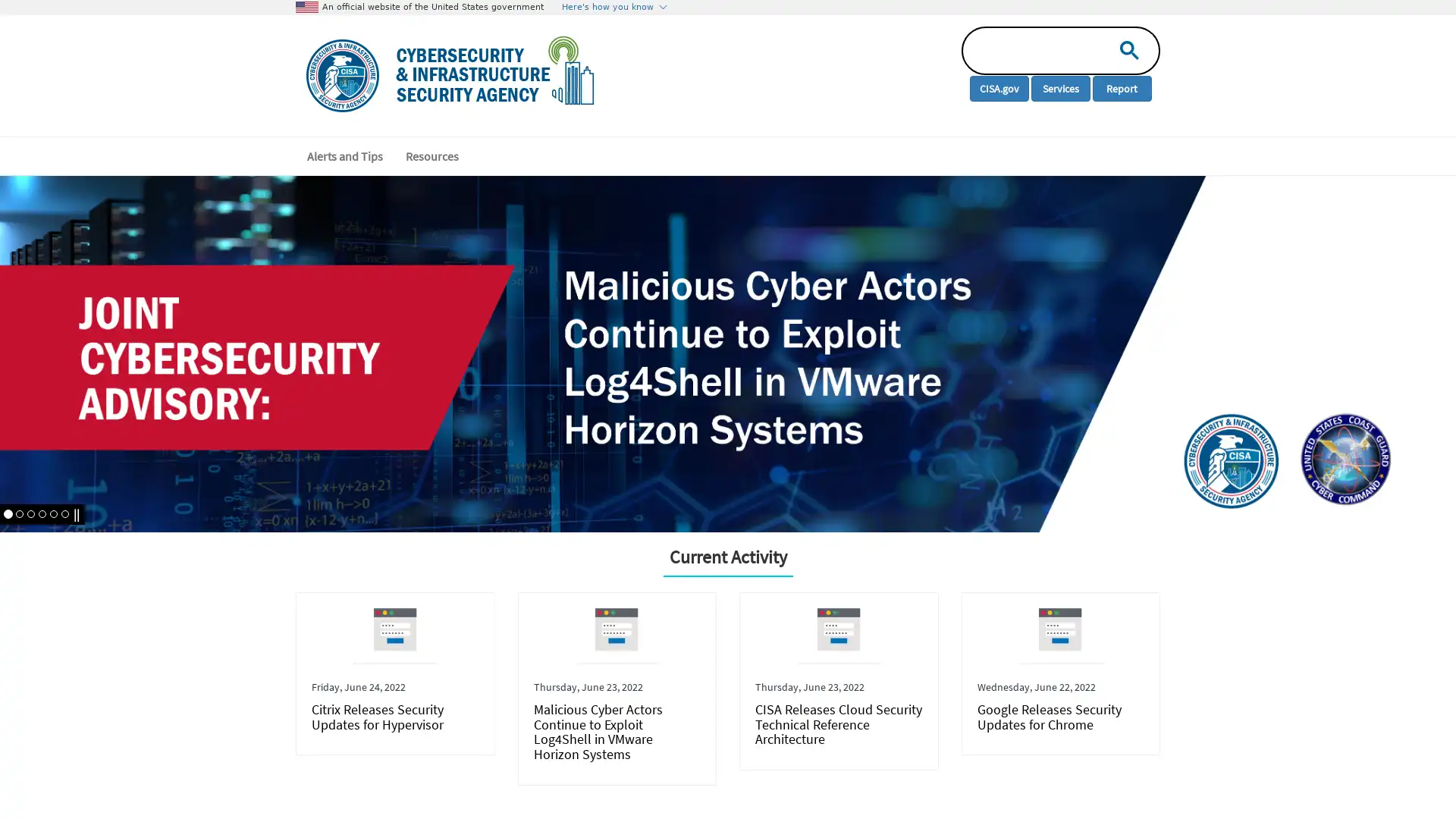 Image resolution: width=1456 pixels, height=819 pixels. Describe the element at coordinates (1125, 49) in the screenshot. I see `search` at that location.